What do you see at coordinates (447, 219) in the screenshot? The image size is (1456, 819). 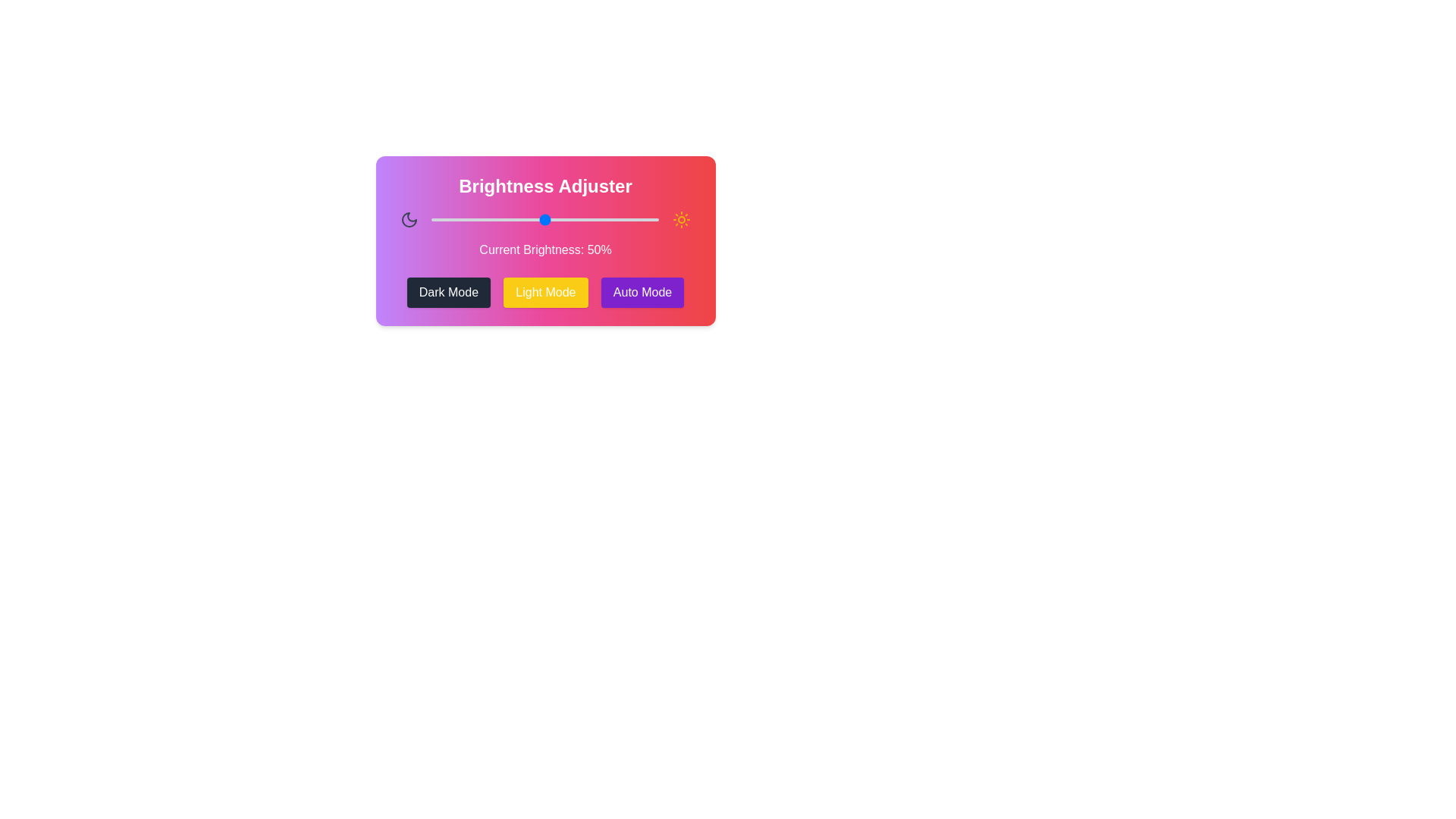 I see `the brightness to 7% by dragging the slider handle` at bounding box center [447, 219].